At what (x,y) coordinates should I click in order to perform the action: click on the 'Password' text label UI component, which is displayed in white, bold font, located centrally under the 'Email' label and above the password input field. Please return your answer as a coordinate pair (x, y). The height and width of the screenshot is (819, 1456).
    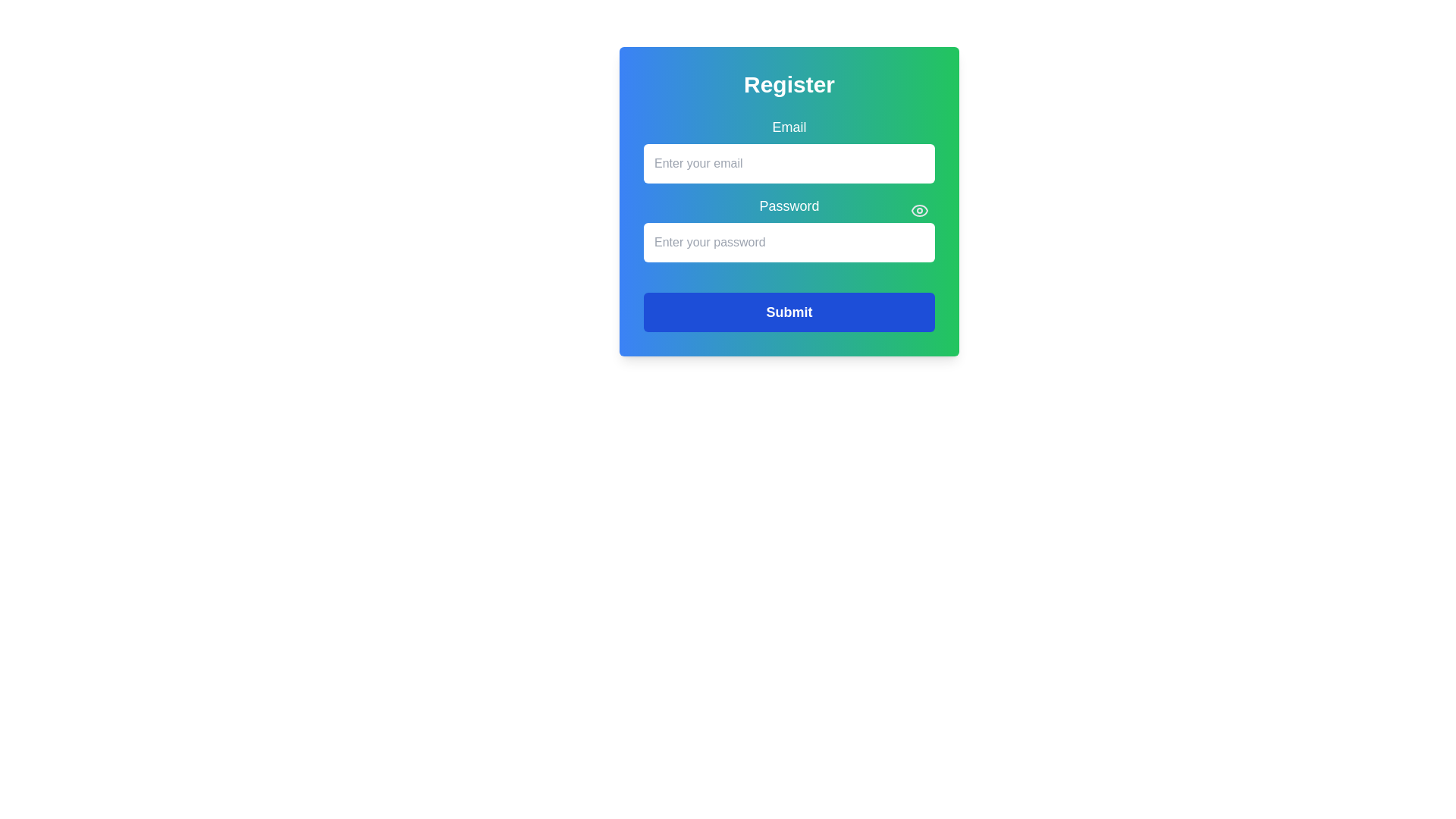
    Looking at the image, I should click on (789, 201).